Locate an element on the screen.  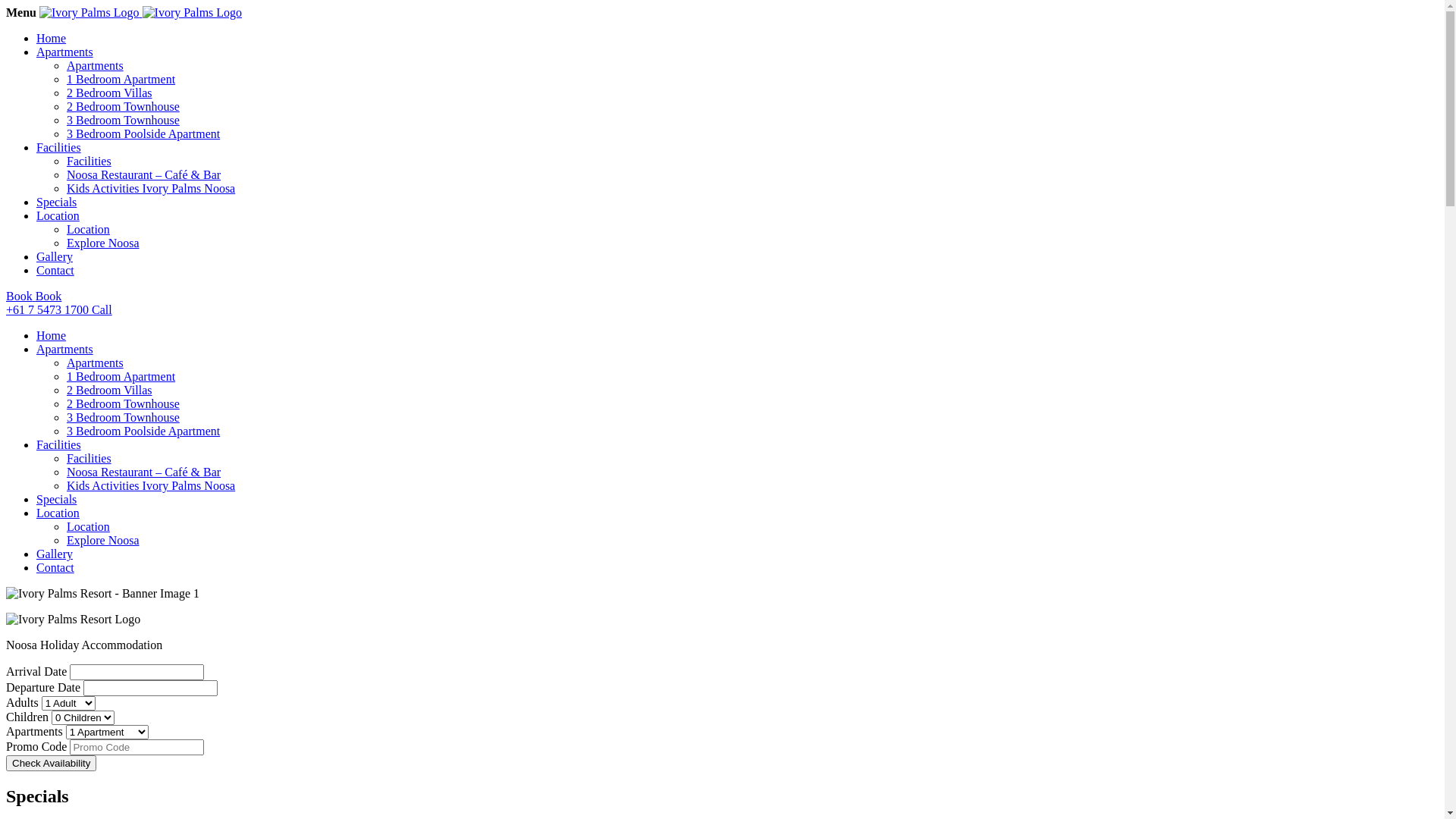
'Apartments' is located at coordinates (36, 349).